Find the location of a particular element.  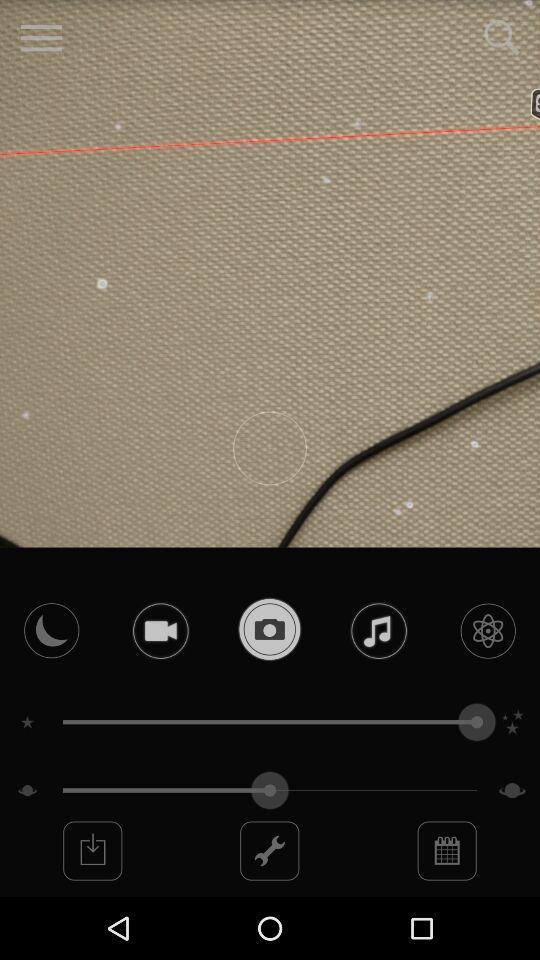

the call icon is located at coordinates (51, 675).